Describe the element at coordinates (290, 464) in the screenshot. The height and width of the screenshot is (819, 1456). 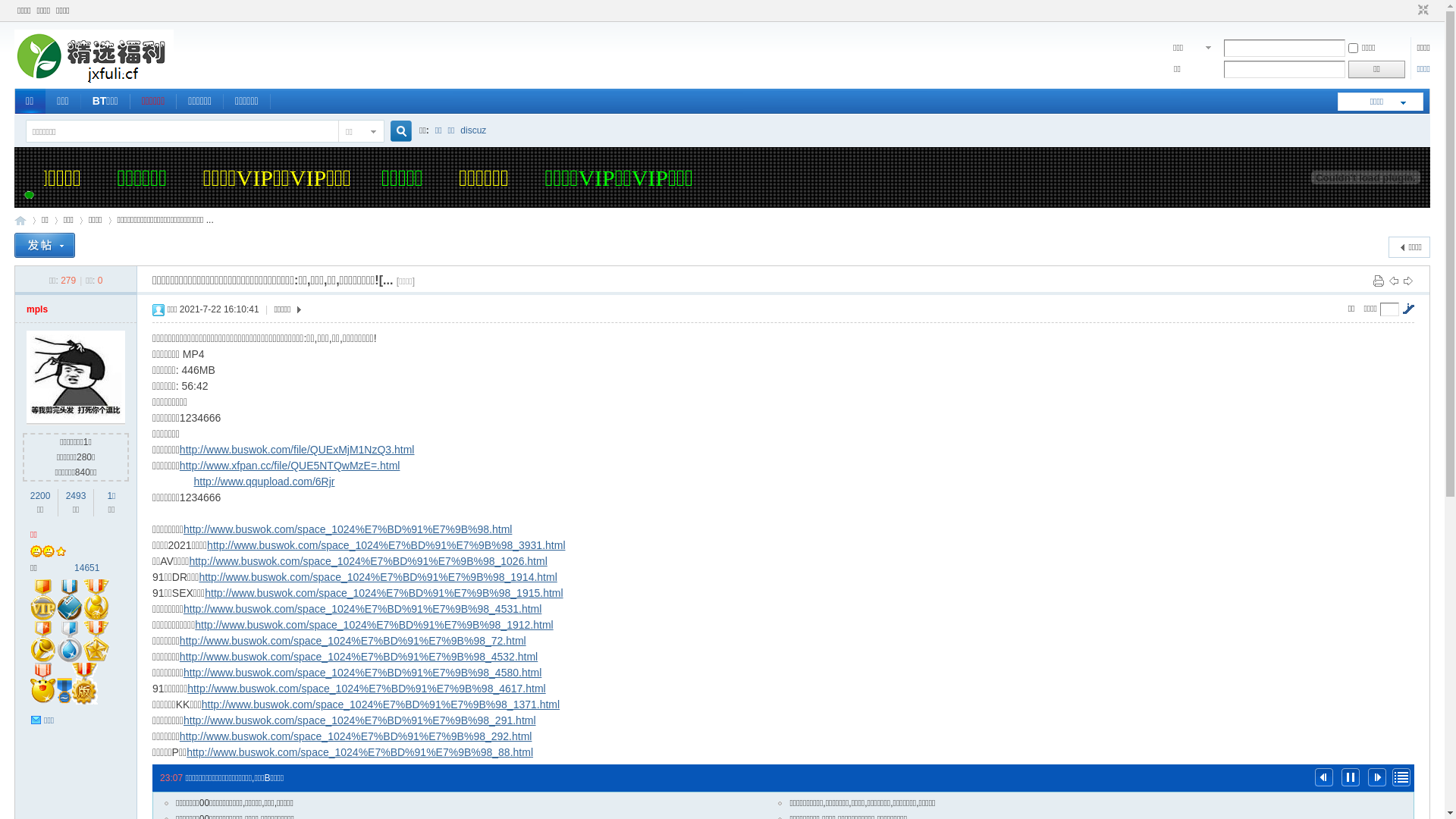
I see `'http://www.xfpan.cc/file/QUE5NTQwMzE=.html'` at that location.